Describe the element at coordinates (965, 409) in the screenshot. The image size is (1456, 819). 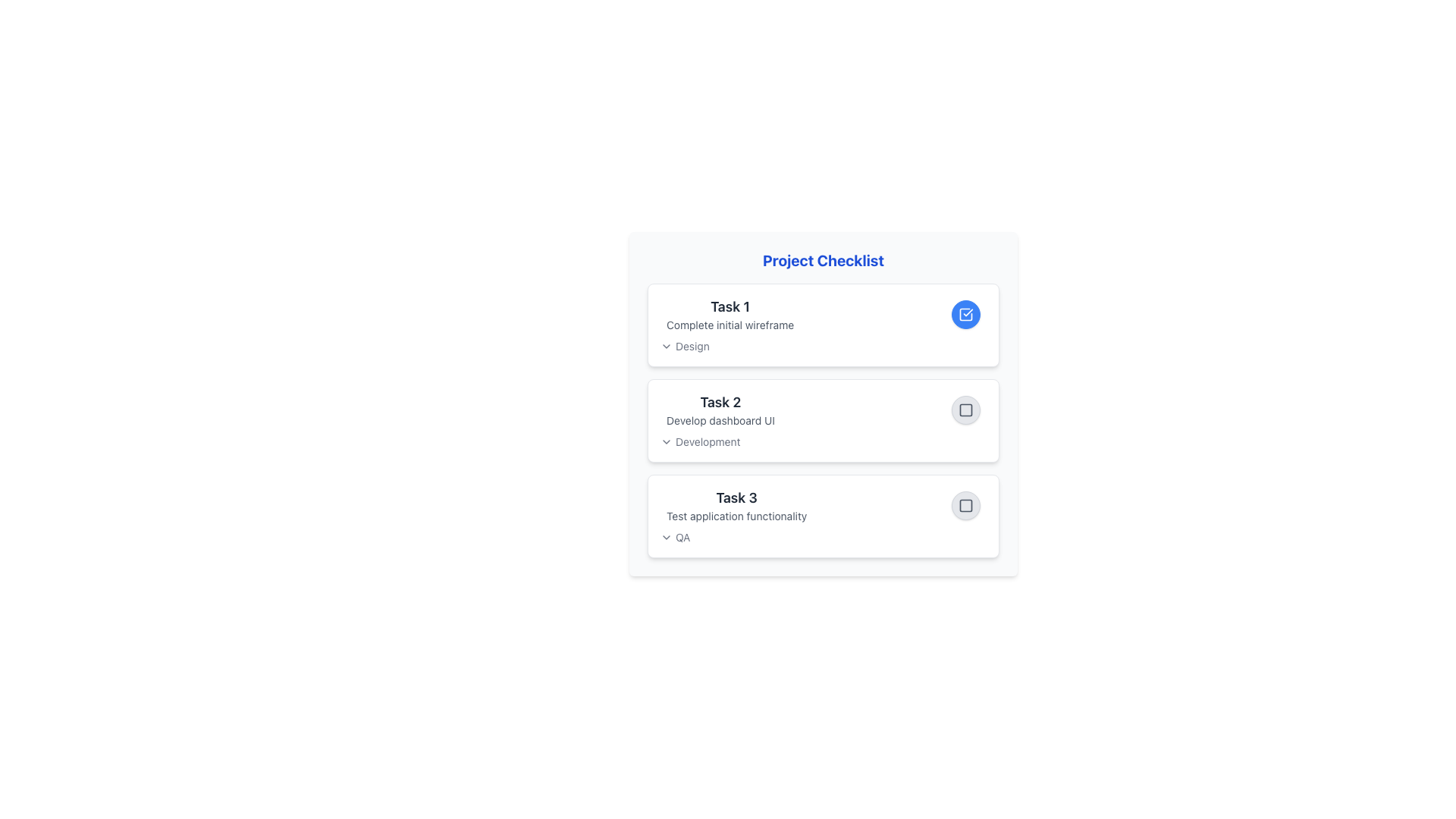
I see `the square-shaped icon with a light gray border and transparent fill, located in the second task item of the checklist interface` at that location.